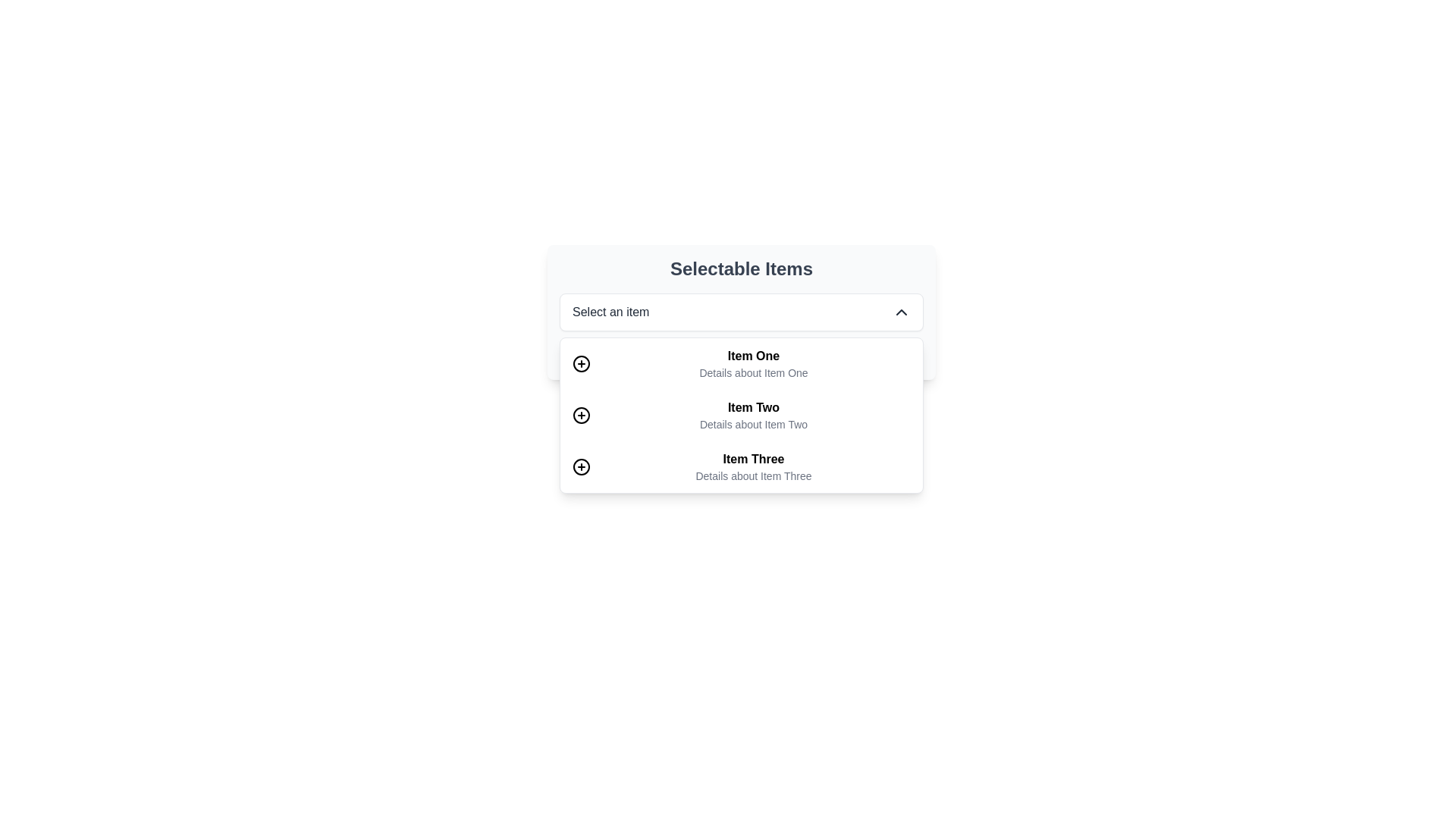  Describe the element at coordinates (742, 363) in the screenshot. I see `the first list item in the dropdown menu` at that location.